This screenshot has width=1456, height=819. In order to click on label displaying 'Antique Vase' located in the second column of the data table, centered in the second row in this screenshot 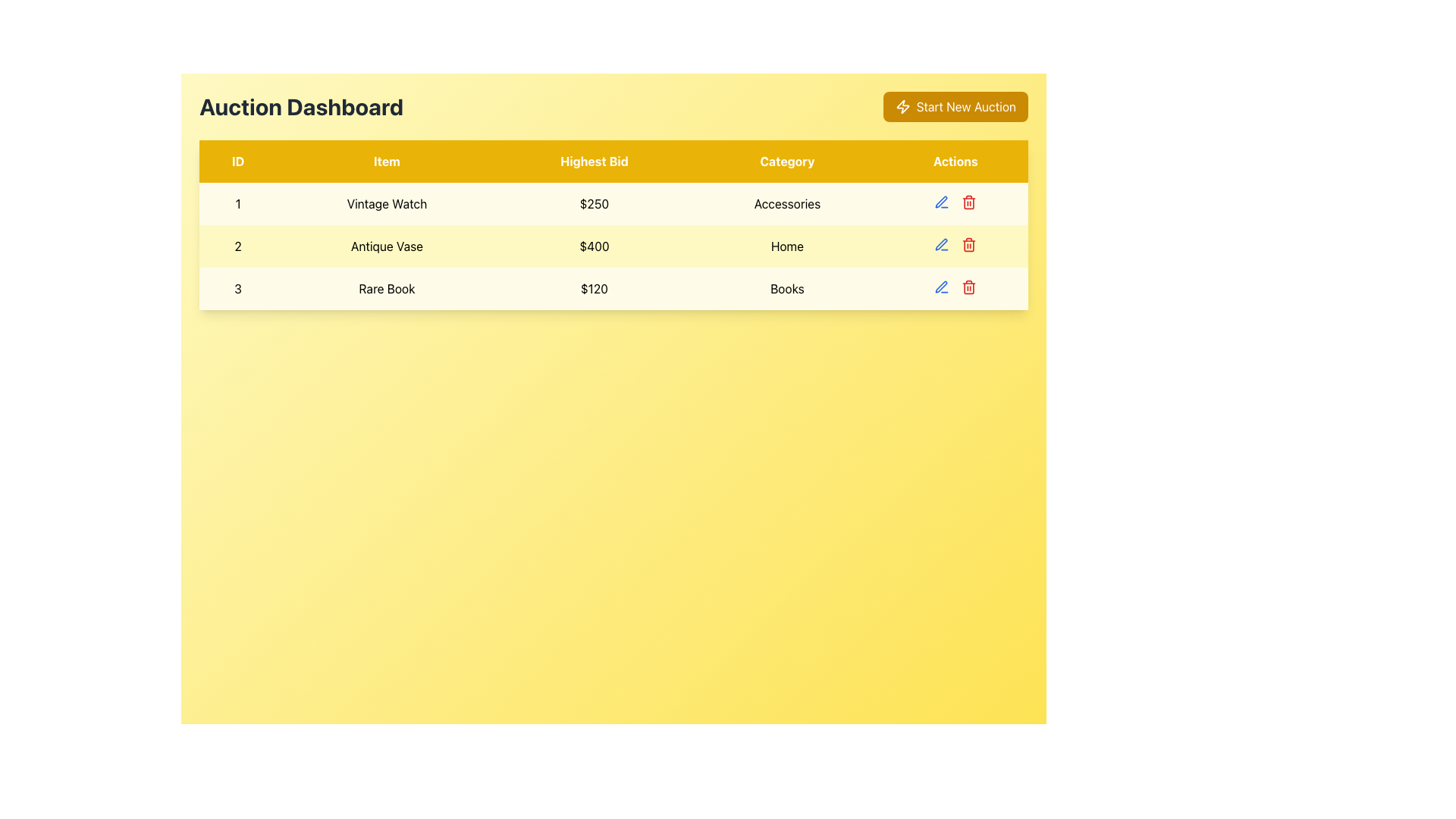, I will do `click(387, 245)`.